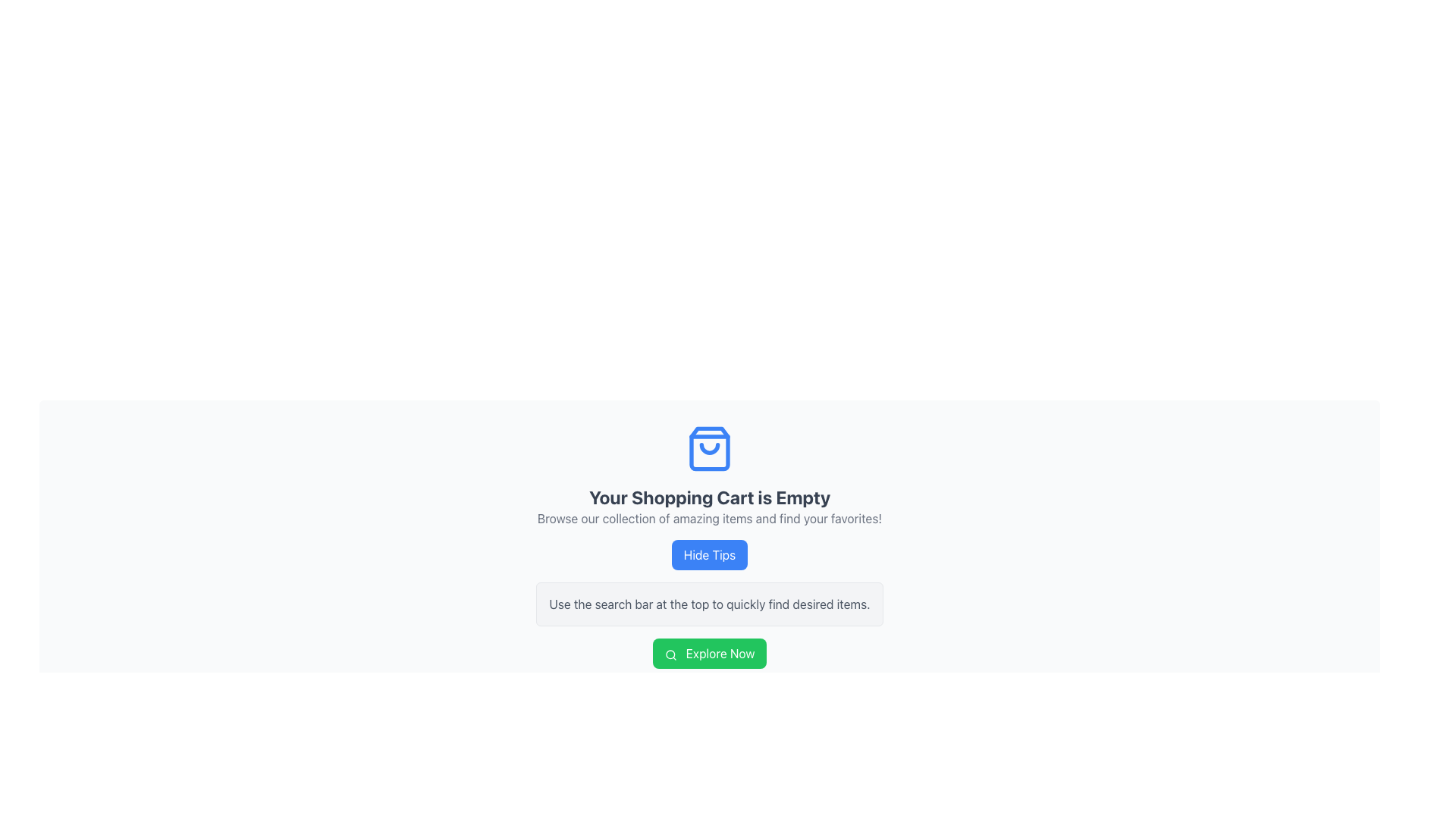 This screenshot has height=819, width=1456. I want to click on the prominently displayed text label that reads 'Your Shopping Cart is Empty', which is styled in a bold font and centered within a light gray rectangular background, so click(709, 497).